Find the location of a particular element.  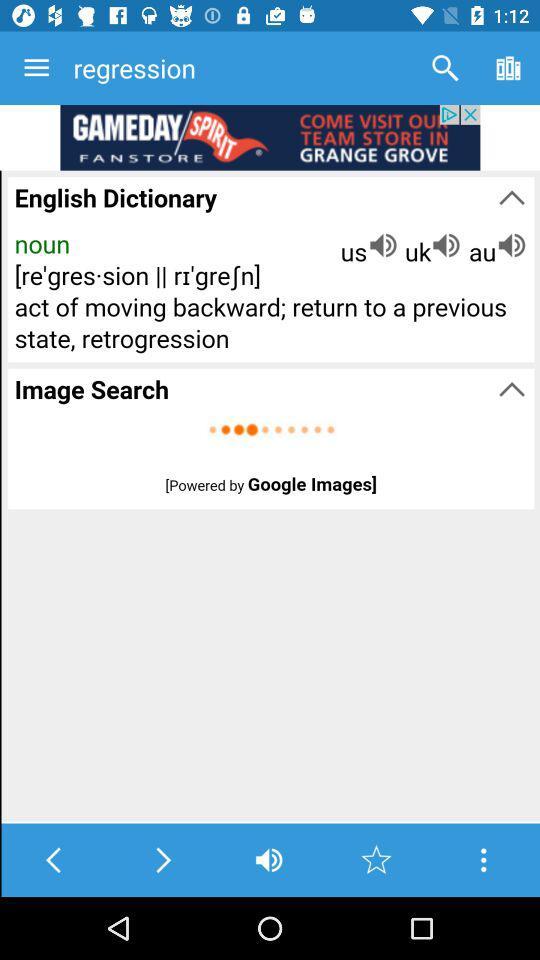

word is located at coordinates (376, 859).